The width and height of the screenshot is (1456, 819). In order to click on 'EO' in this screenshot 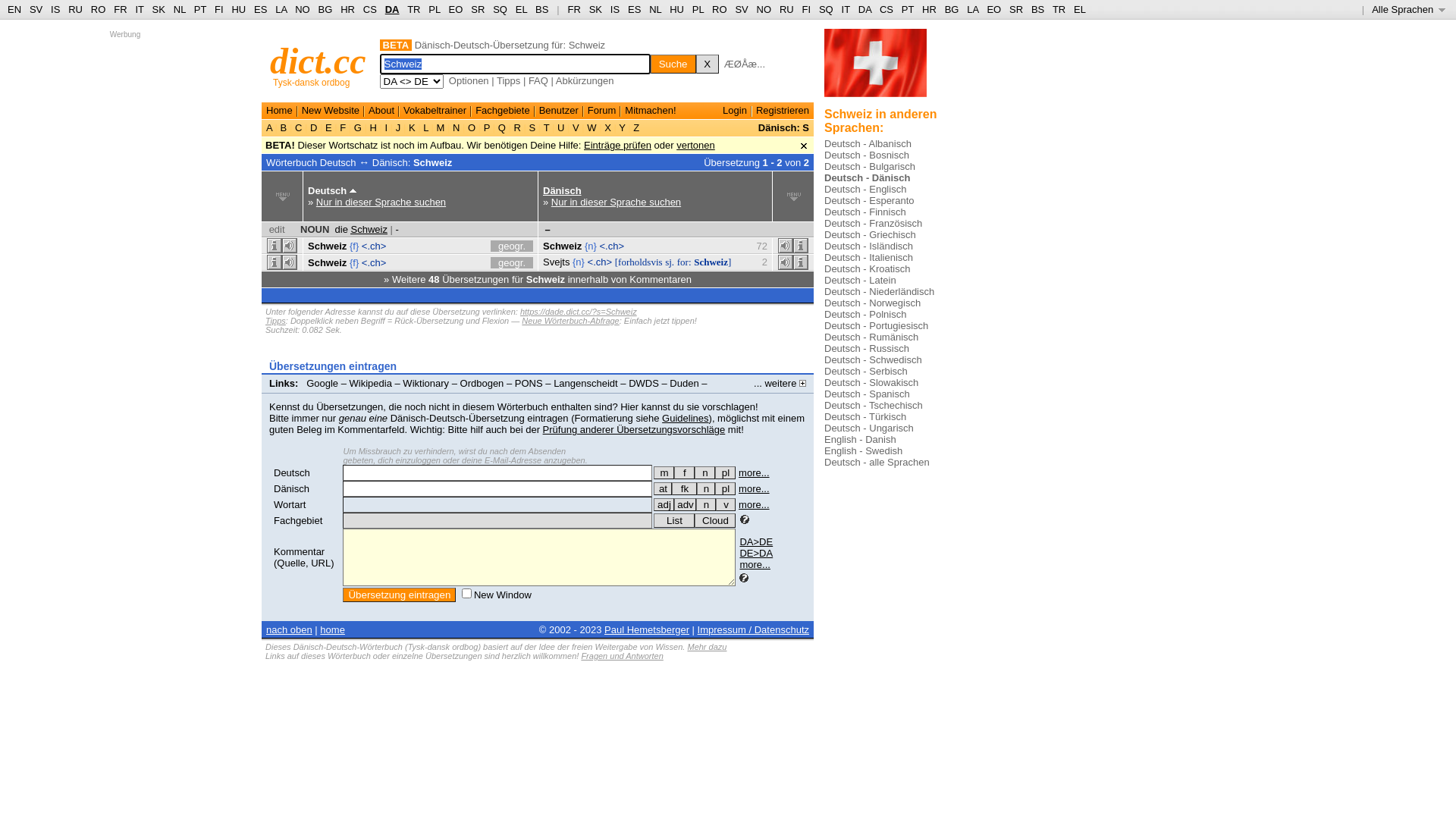, I will do `click(455, 9)`.